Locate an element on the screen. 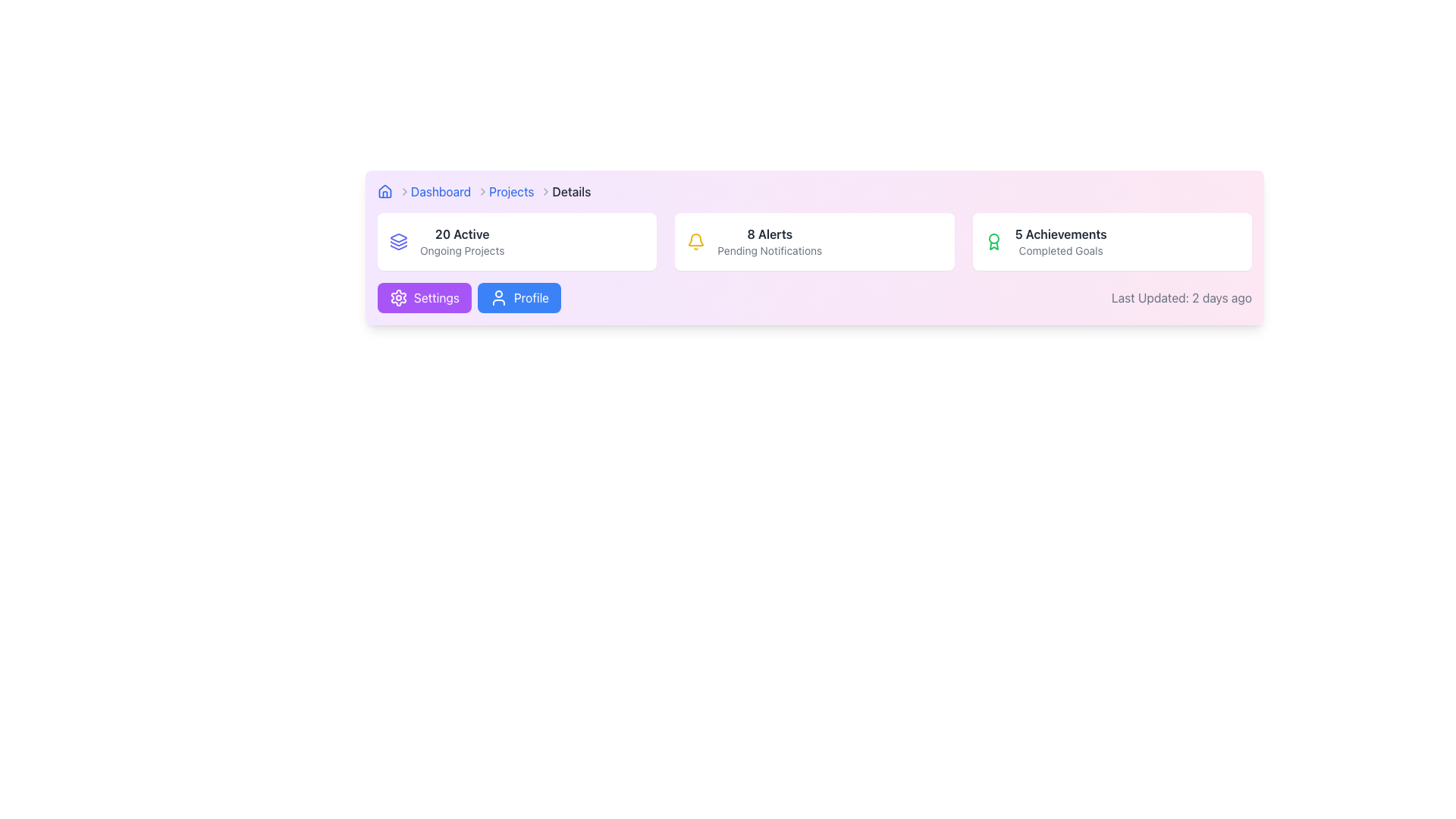 Image resolution: width=1456 pixels, height=819 pixels. the gear icon with a white outline on a purple background located to the left of the 'Settings' button at the bottom-left corner of the interaction section is located at coordinates (399, 298).